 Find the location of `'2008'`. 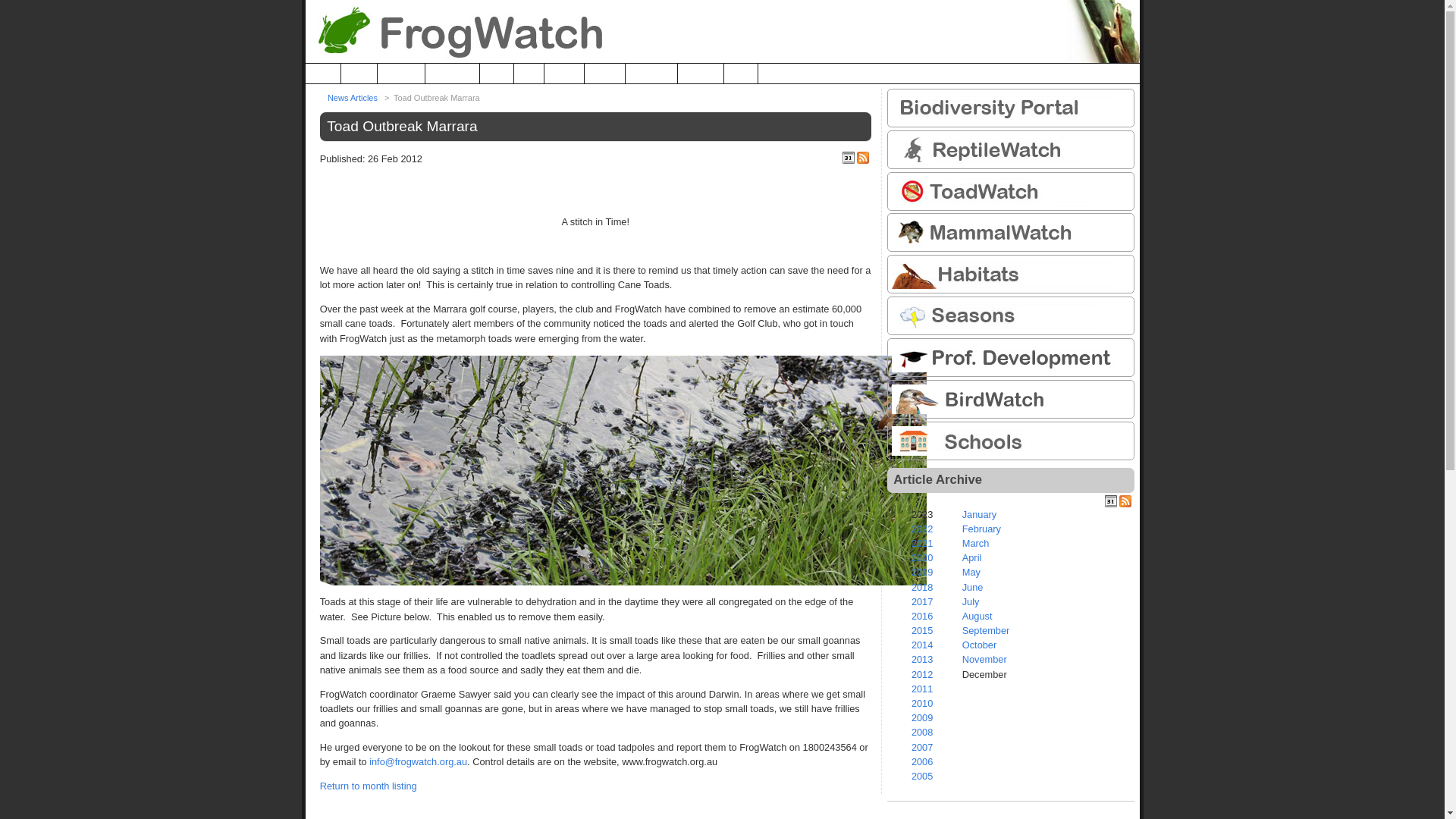

'2008' is located at coordinates (921, 731).